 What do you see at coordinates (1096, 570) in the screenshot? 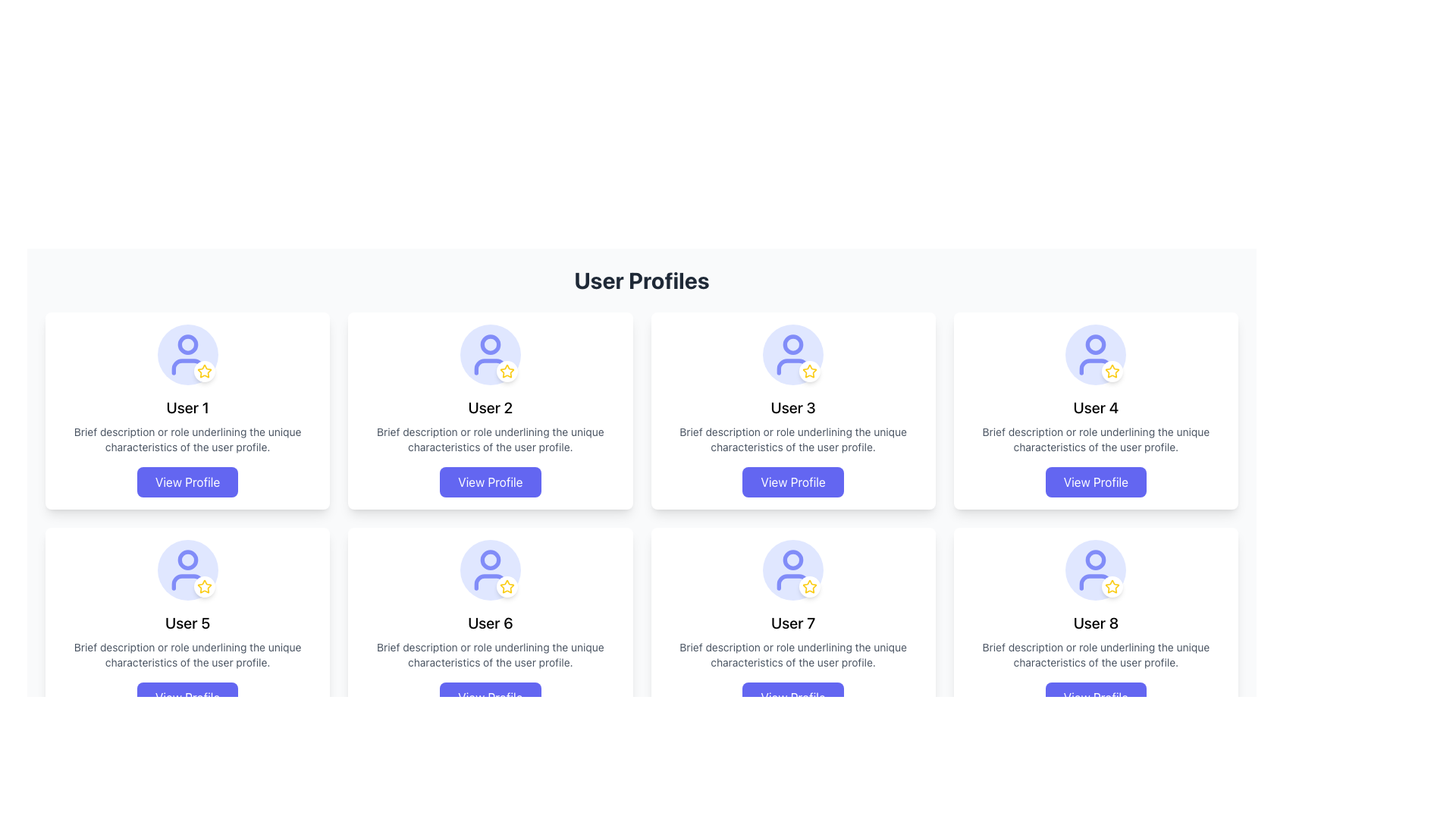
I see `the user profile icon represented by a star in the profile card titled 'User 8', located at the bottom-right of the user profiles grid` at bounding box center [1096, 570].